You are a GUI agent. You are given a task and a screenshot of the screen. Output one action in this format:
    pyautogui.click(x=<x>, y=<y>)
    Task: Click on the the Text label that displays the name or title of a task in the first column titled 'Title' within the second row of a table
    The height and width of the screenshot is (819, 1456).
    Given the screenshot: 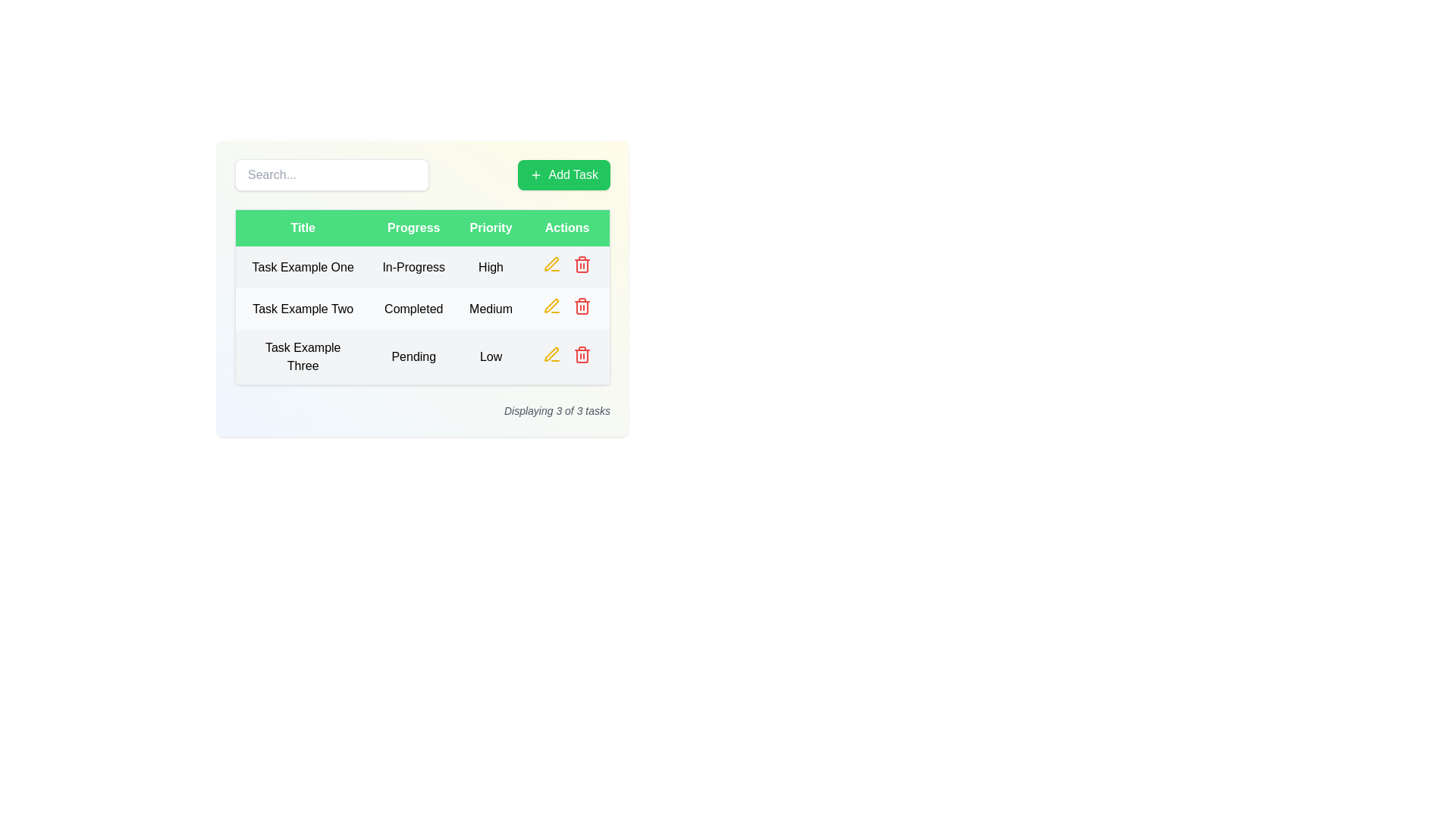 What is the action you would take?
    pyautogui.click(x=303, y=308)
    